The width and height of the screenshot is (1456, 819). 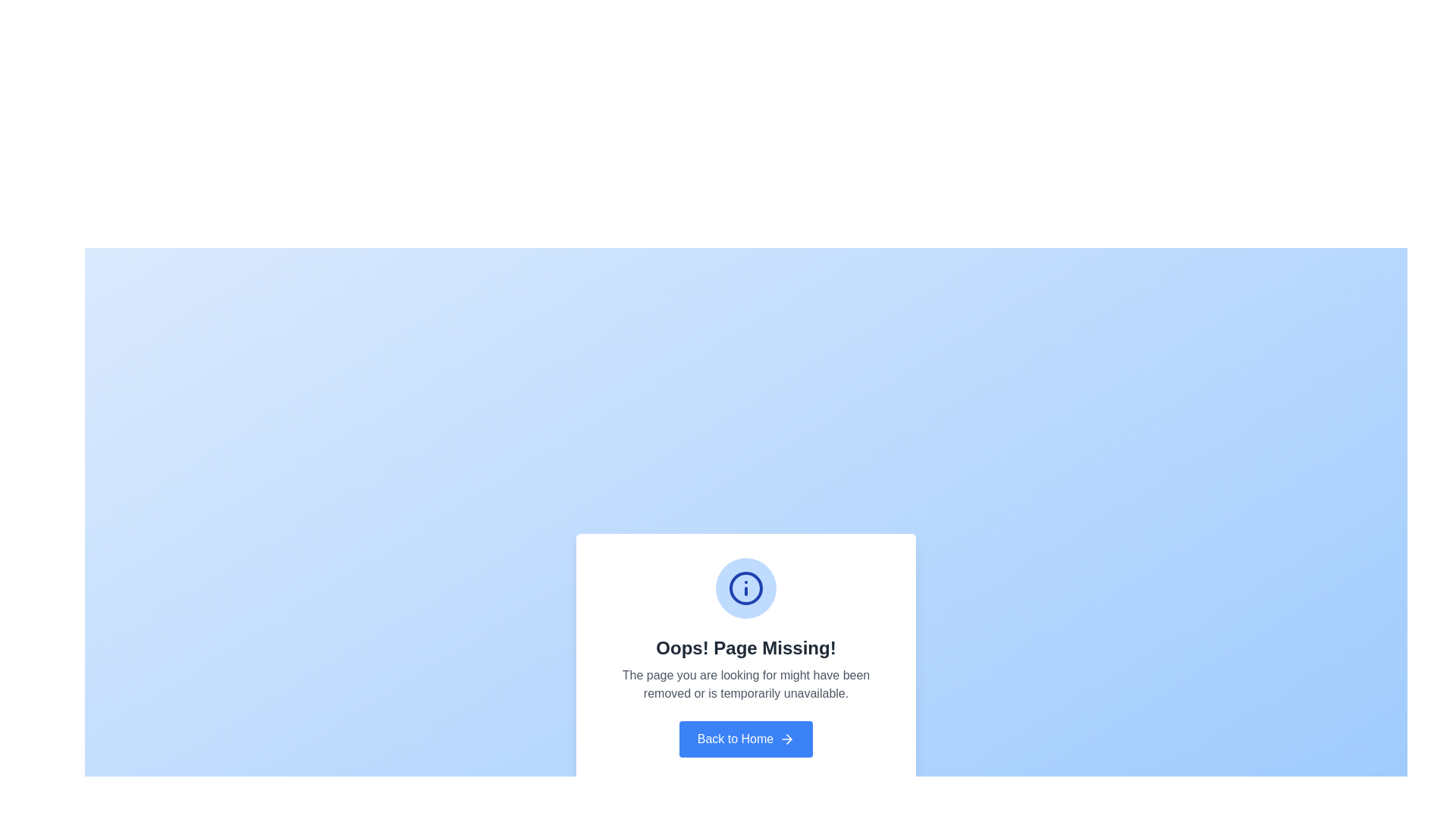 I want to click on the arrow icon located to the right of the 'Back to Home' button at the bottom center of the modal, so click(x=789, y=738).